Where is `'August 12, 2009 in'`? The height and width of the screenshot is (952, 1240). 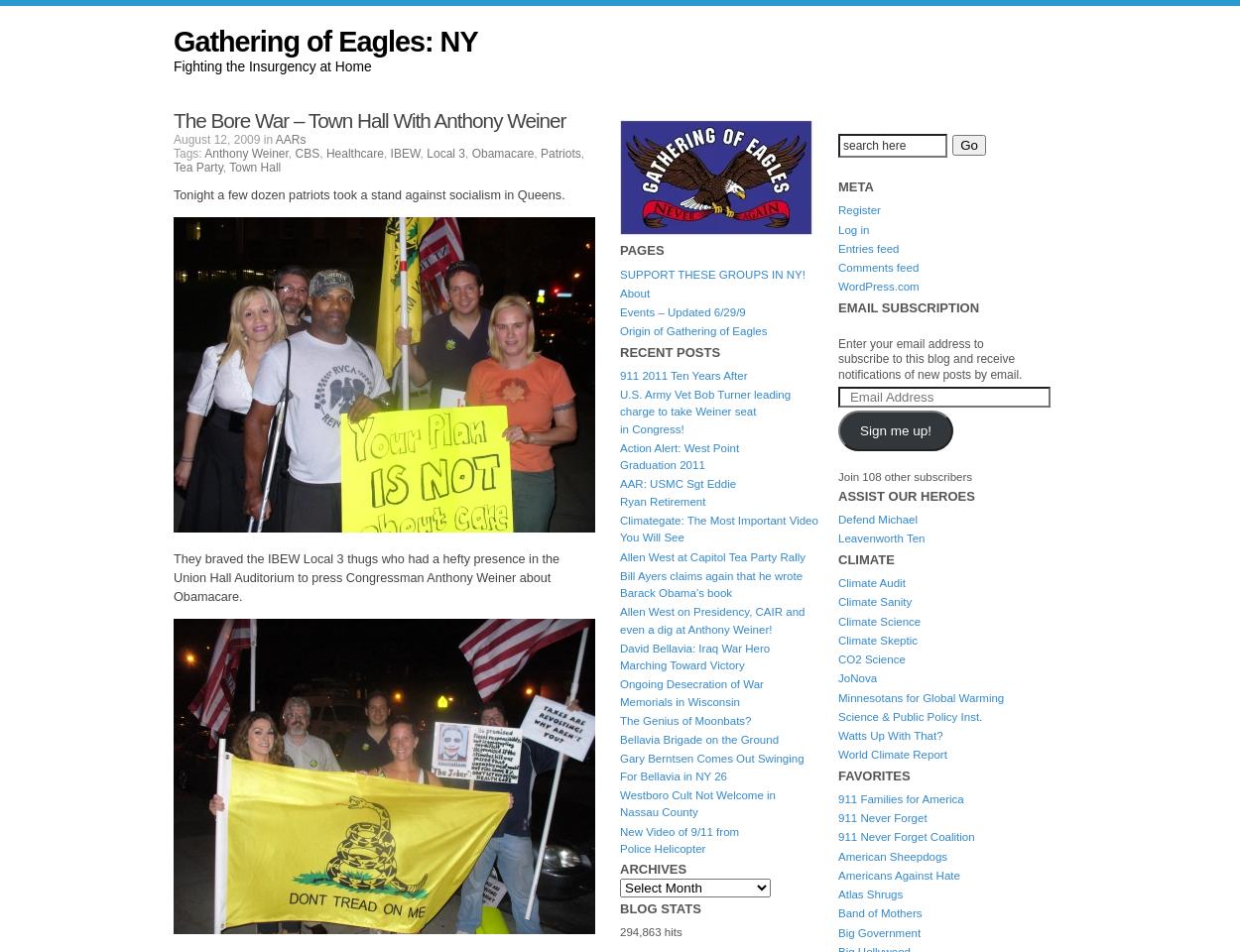 'August 12, 2009 in' is located at coordinates (174, 139).